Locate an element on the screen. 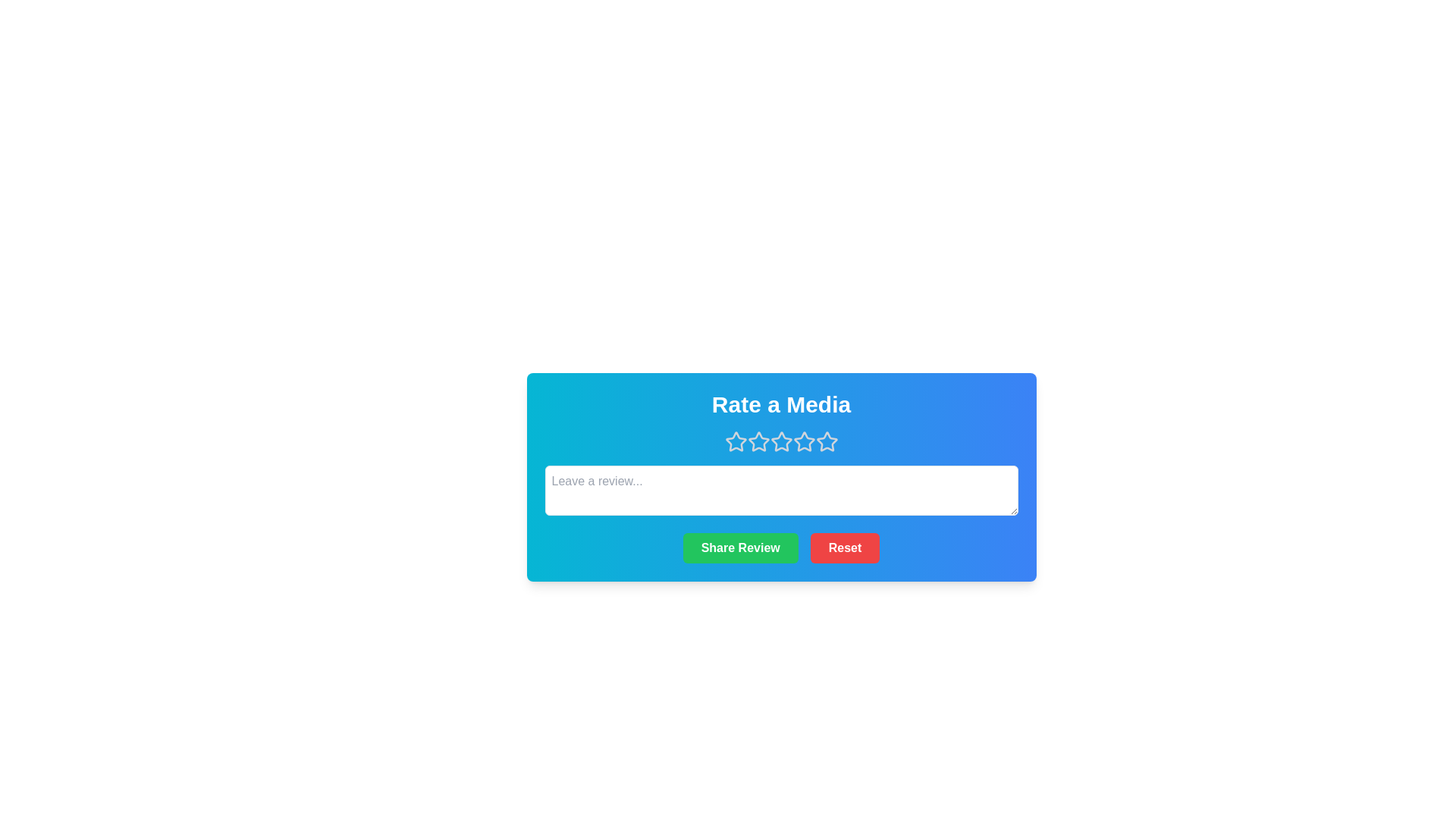 This screenshot has width=1456, height=819. the rating to 5 stars by clicking on the respective star is located at coordinates (826, 441).